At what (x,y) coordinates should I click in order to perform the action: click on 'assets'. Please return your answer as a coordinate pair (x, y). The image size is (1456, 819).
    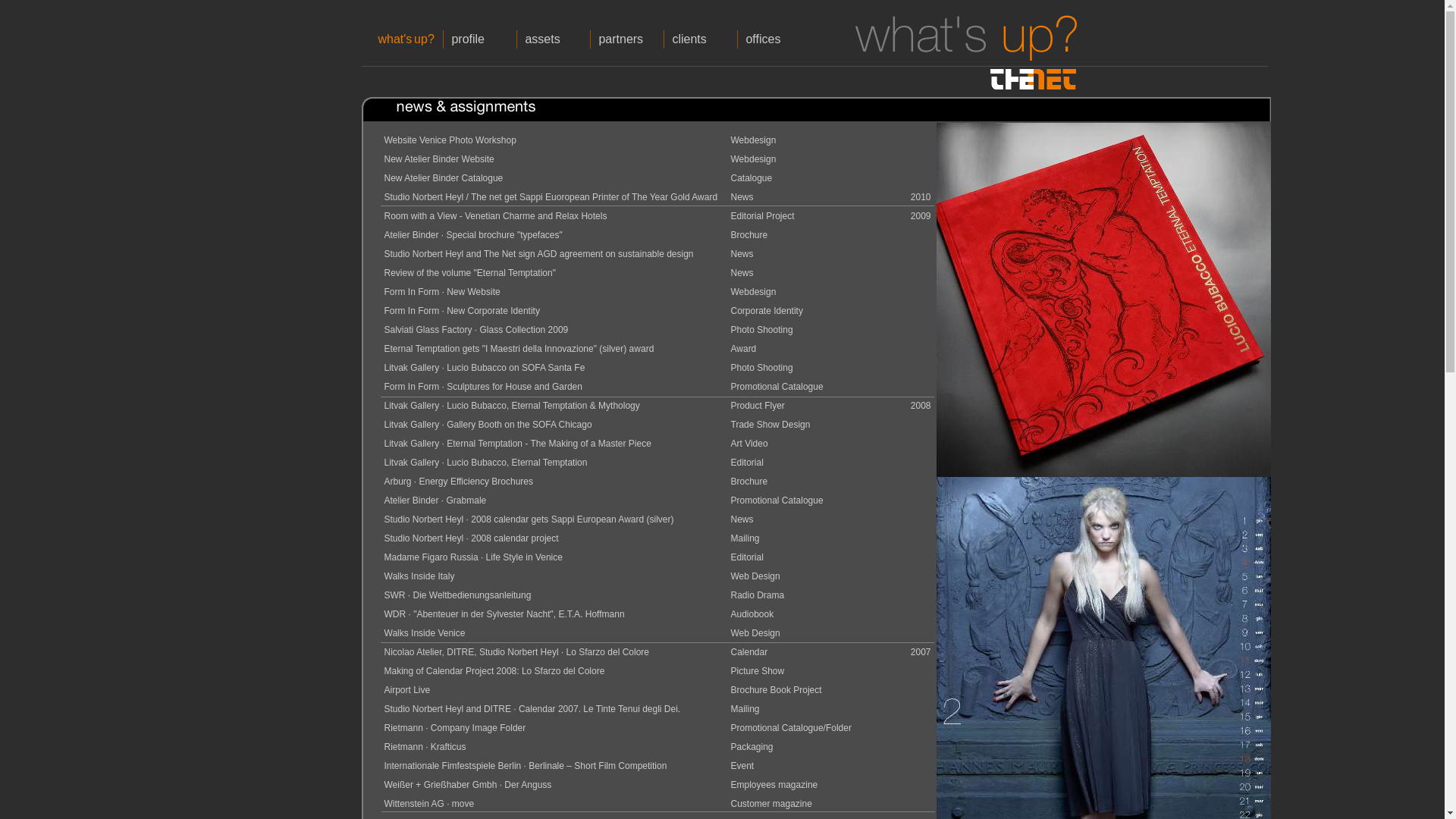
    Looking at the image, I should click on (552, 38).